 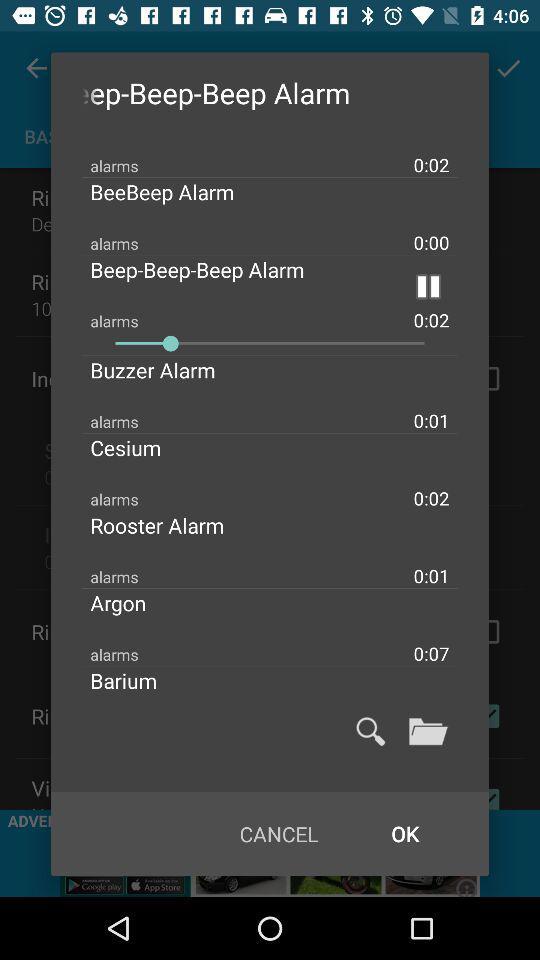 What do you see at coordinates (427, 730) in the screenshot?
I see `browse your files` at bounding box center [427, 730].